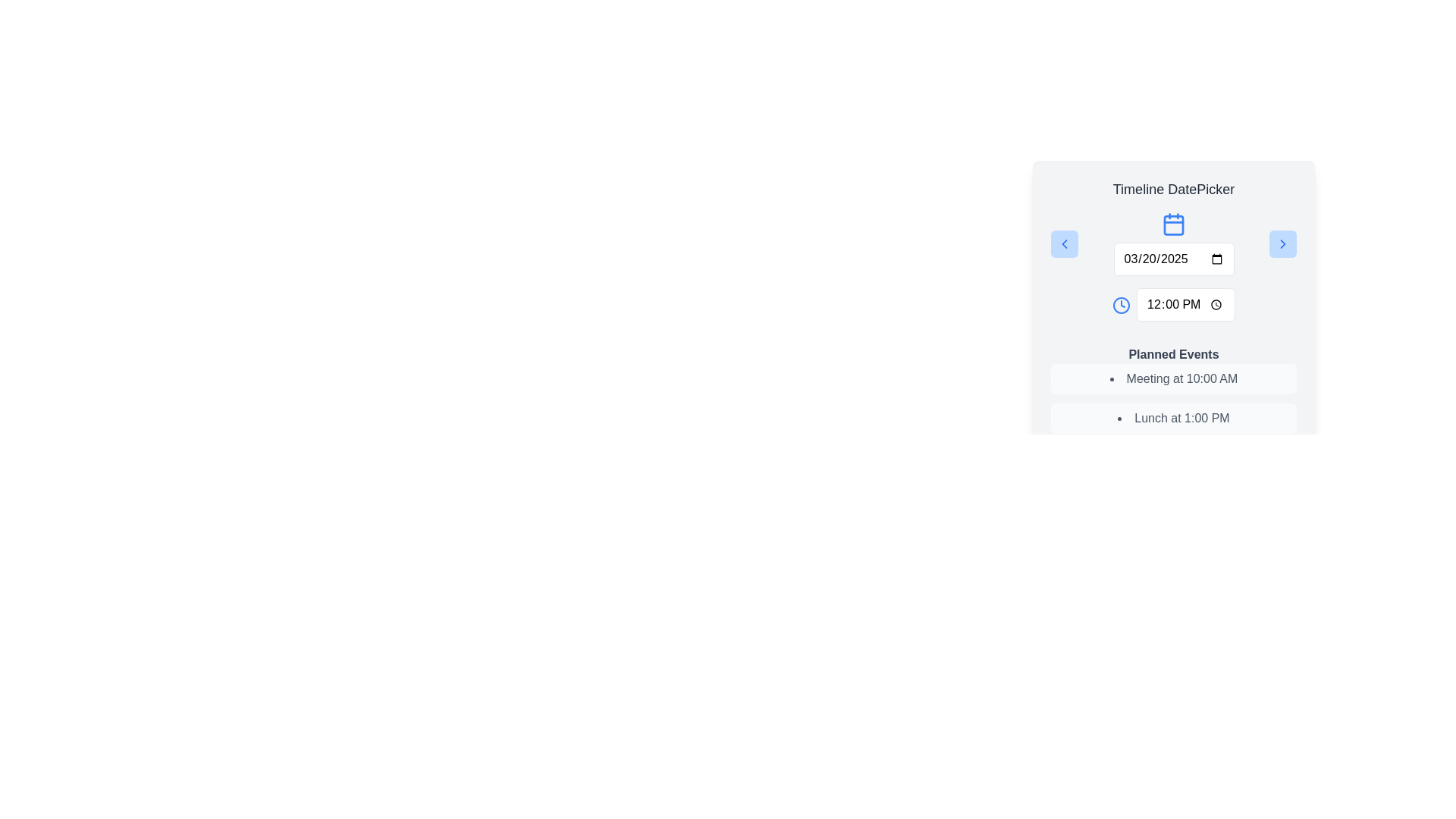 This screenshot has width=1456, height=819. Describe the element at coordinates (1063, 243) in the screenshot. I see `the leftward pointing blue arrow button` at that location.